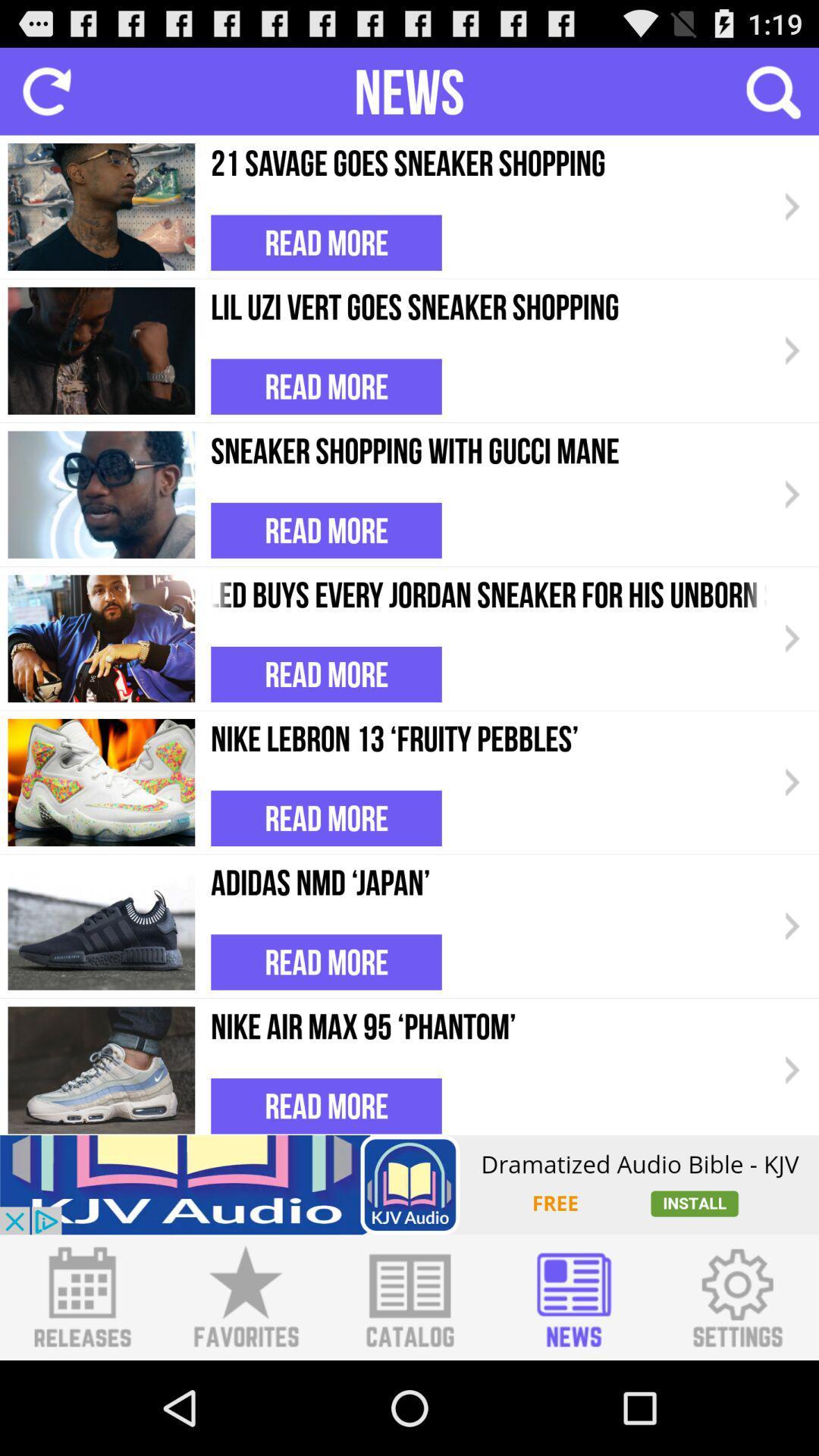 The height and width of the screenshot is (1456, 819). Describe the element at coordinates (82, 1389) in the screenshot. I see `the date_range icon` at that location.